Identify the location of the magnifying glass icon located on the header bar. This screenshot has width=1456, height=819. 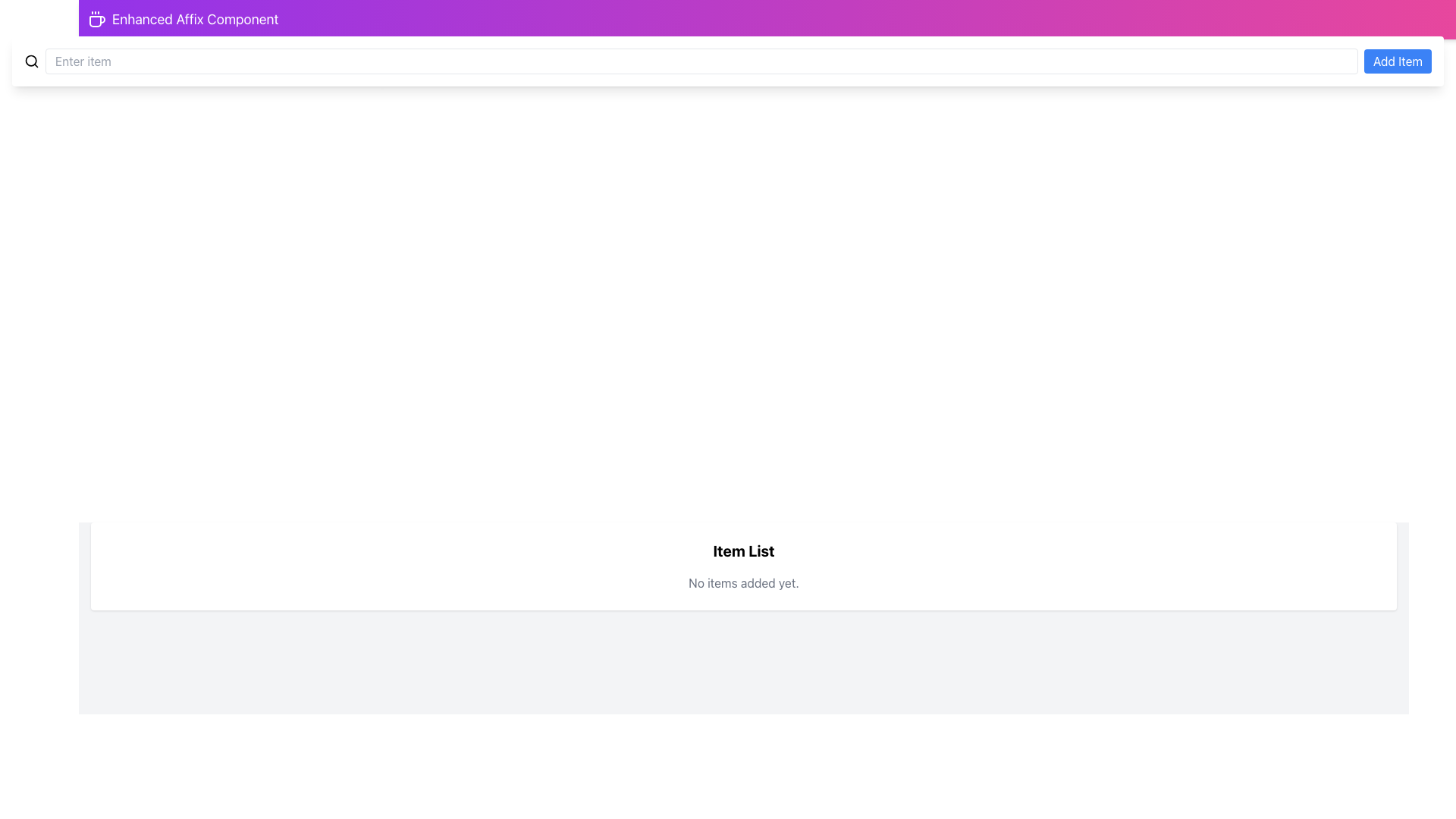
(32, 61).